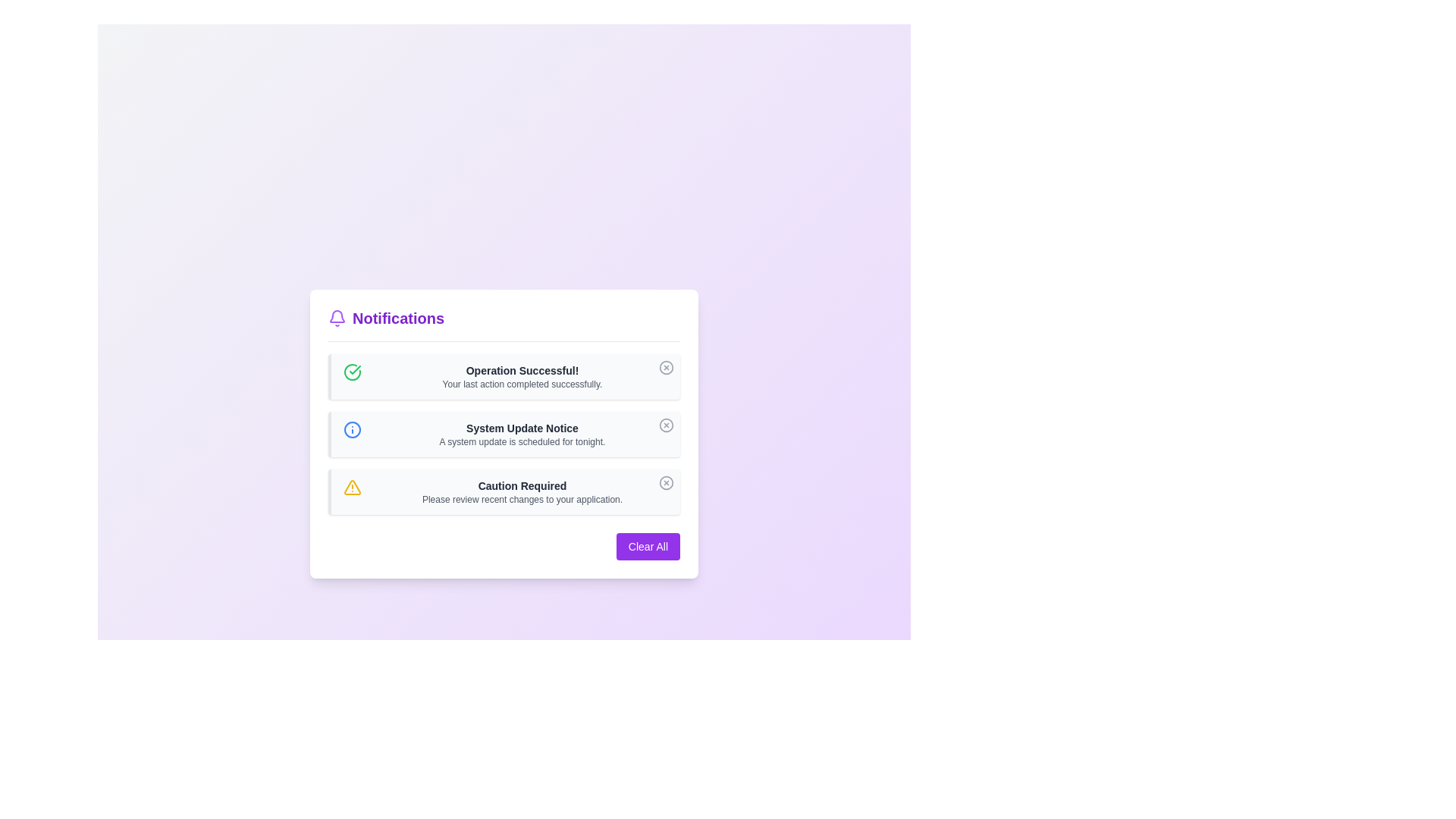 The image size is (1456, 819). What do you see at coordinates (522, 499) in the screenshot?
I see `the static text label providing additional information or a warning message located directly below 'Caution Required' in the third notification box` at bounding box center [522, 499].